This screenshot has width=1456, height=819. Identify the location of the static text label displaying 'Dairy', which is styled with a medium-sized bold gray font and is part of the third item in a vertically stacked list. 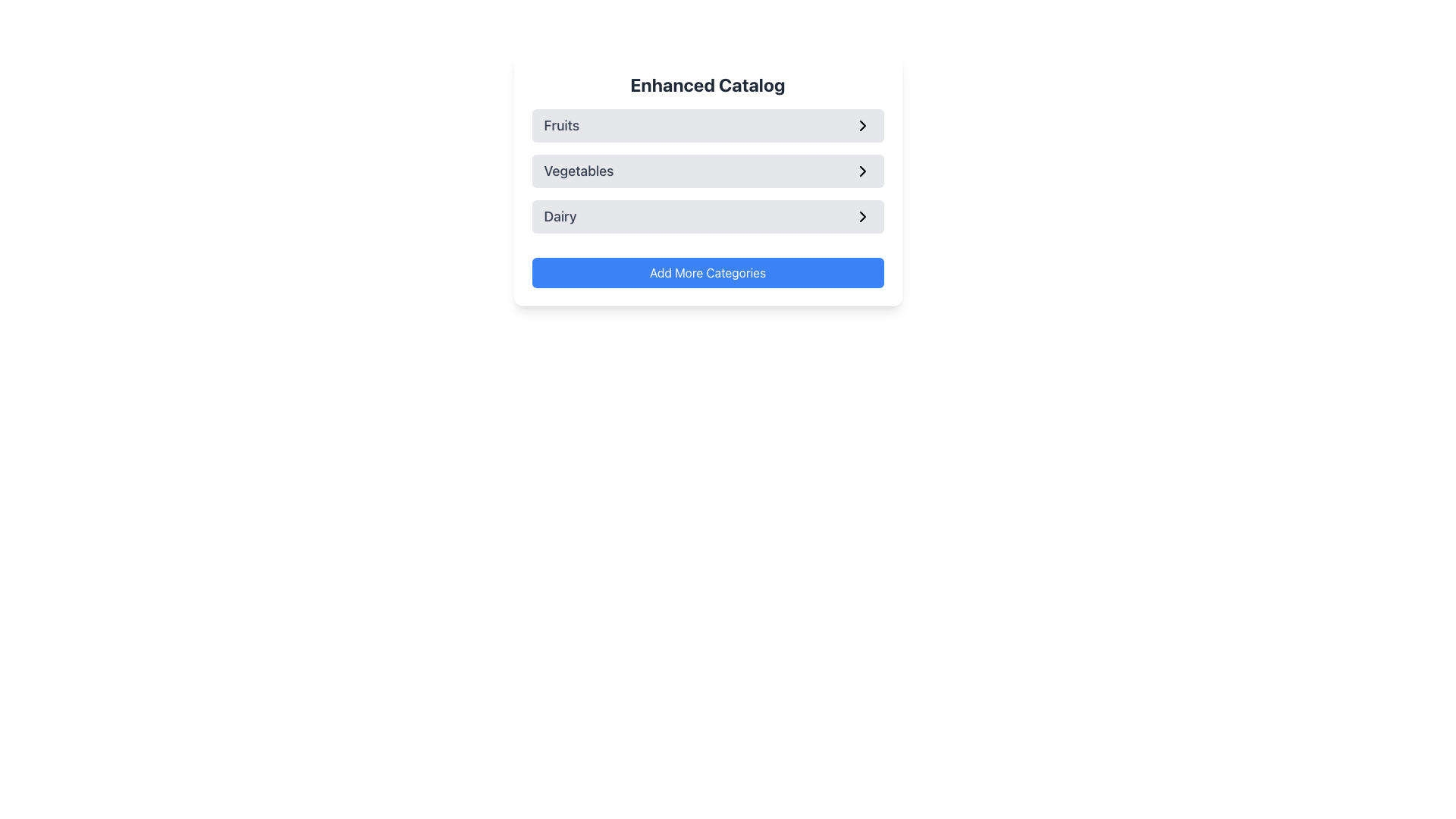
(560, 216).